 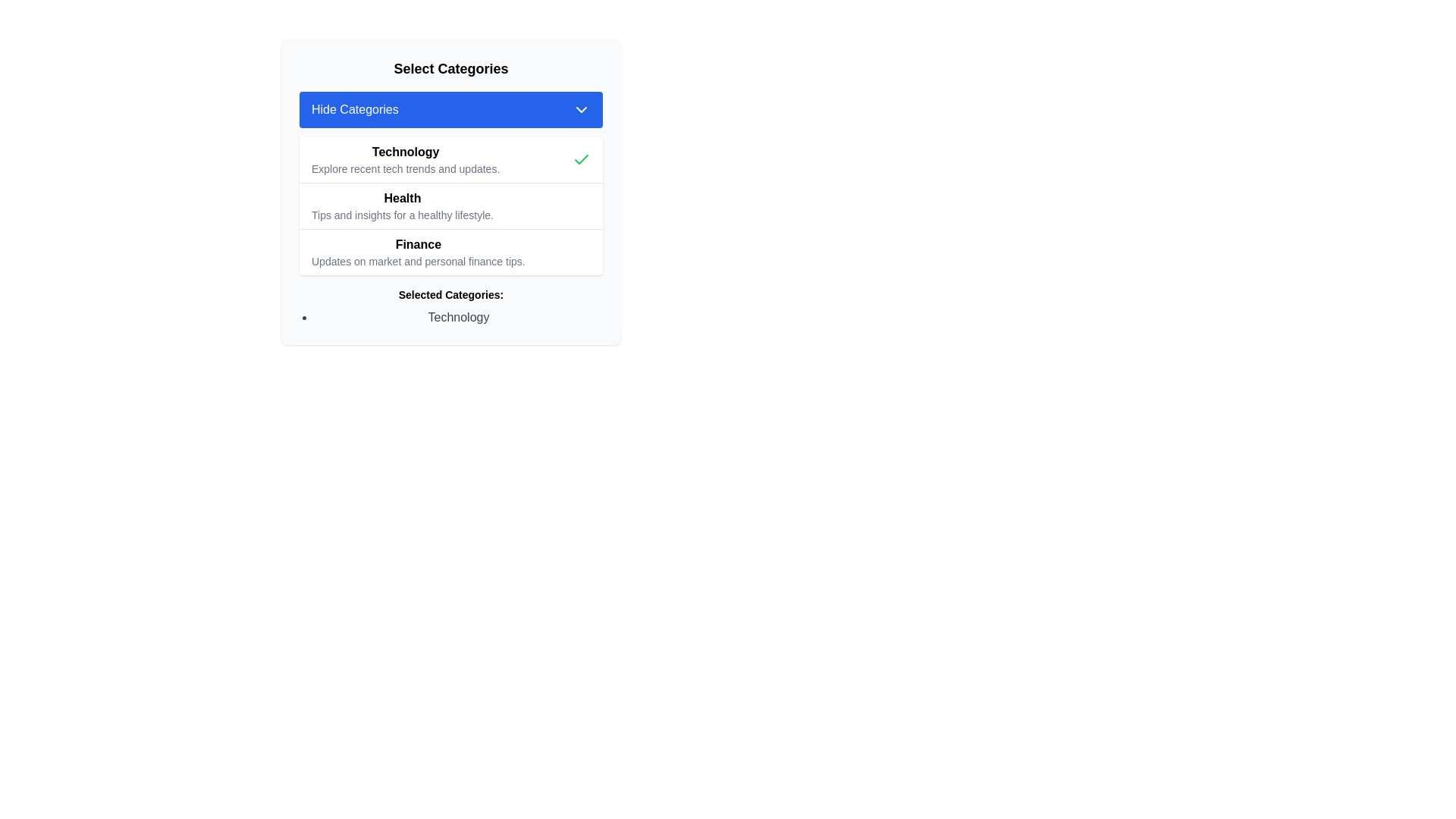 What do you see at coordinates (402, 206) in the screenshot?
I see `the informational text element that describes health-related content, which is the second item in the category selection interface, located between 'Technology' and 'Finance'` at bounding box center [402, 206].